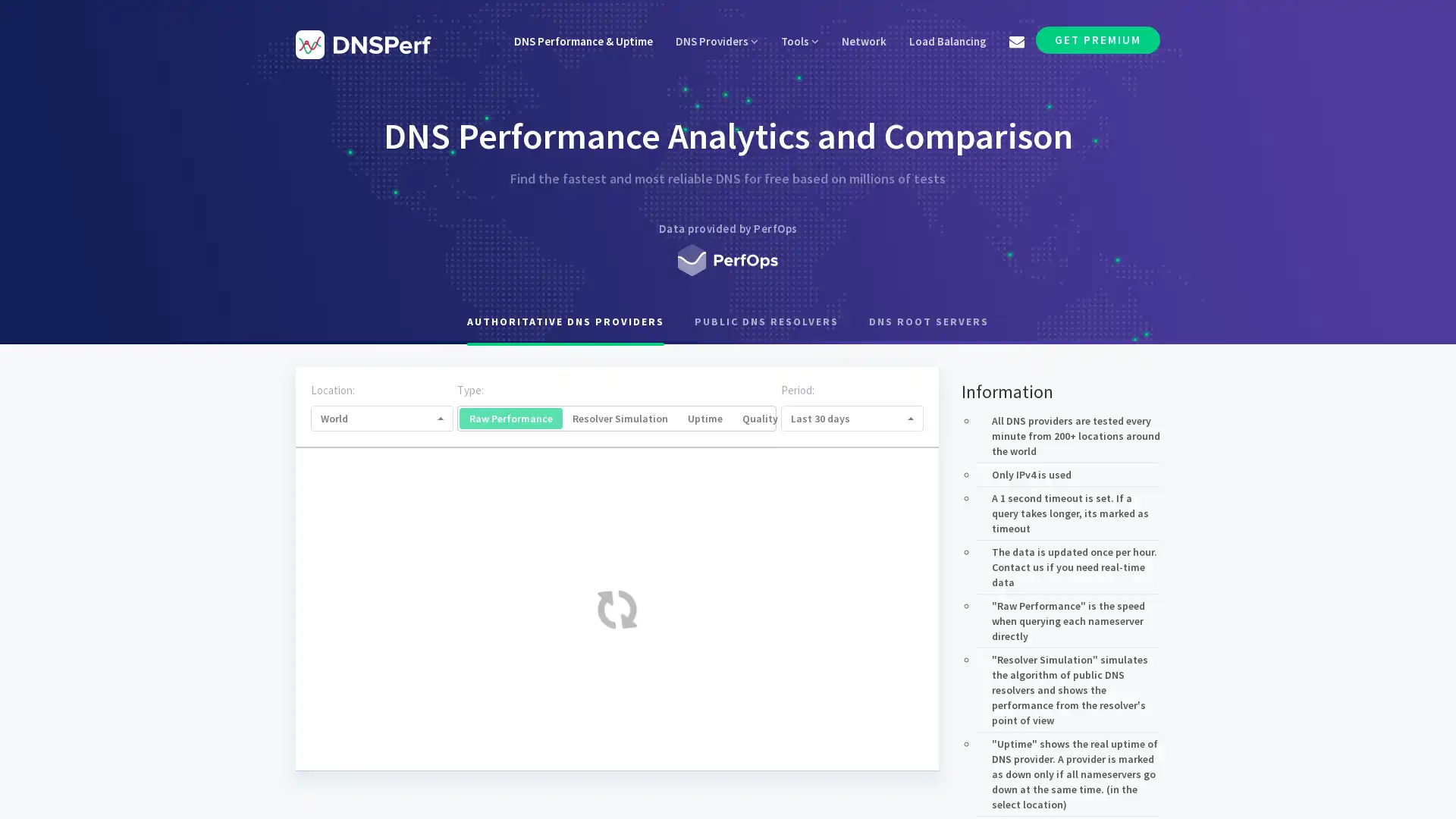 The image size is (1456, 819). Describe the element at coordinates (704, 418) in the screenshot. I see `Uptime` at that location.